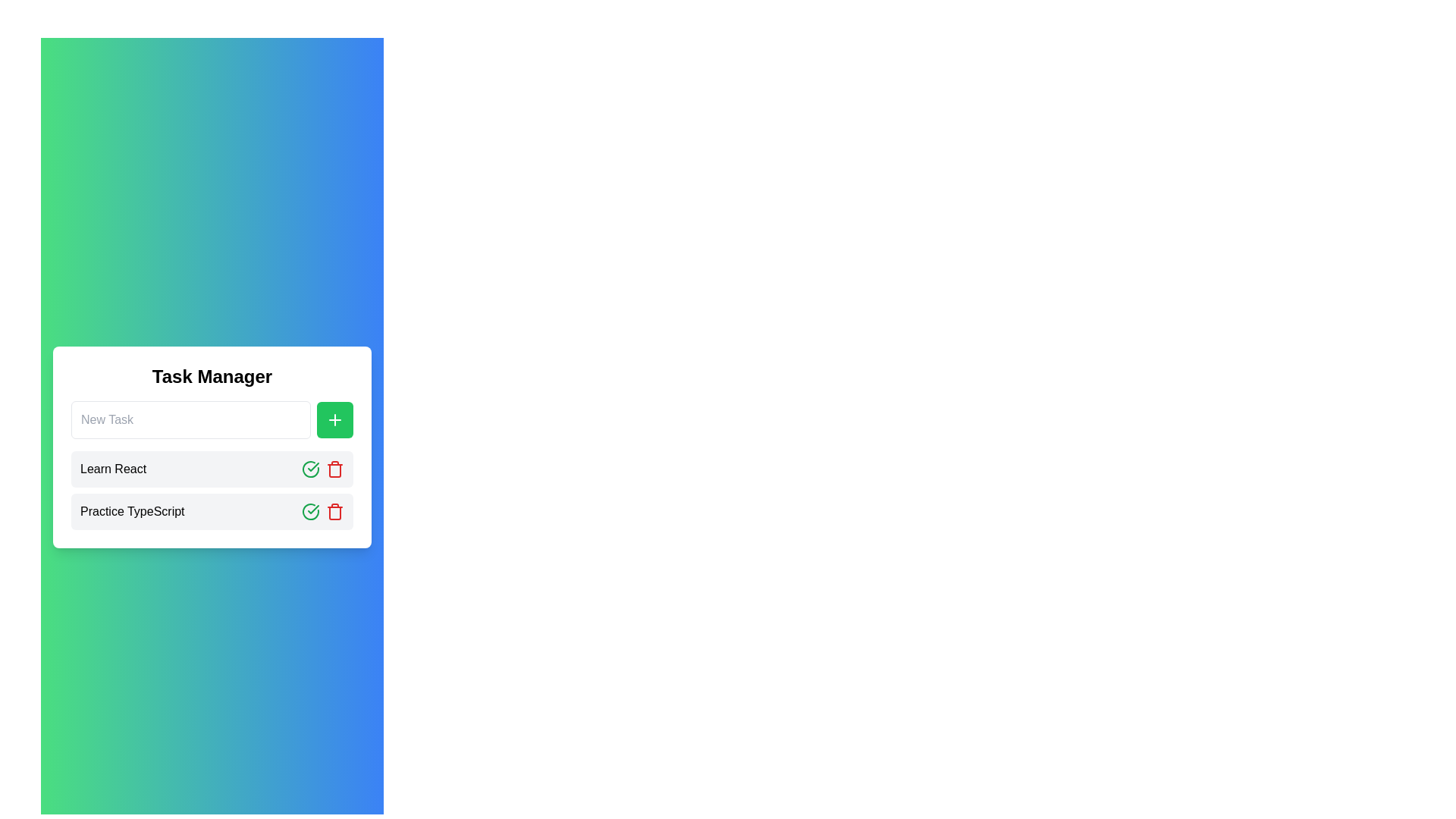 This screenshot has height=819, width=1456. I want to click on the 'Add' button located in the top-right corner of the task entry form, so click(334, 420).